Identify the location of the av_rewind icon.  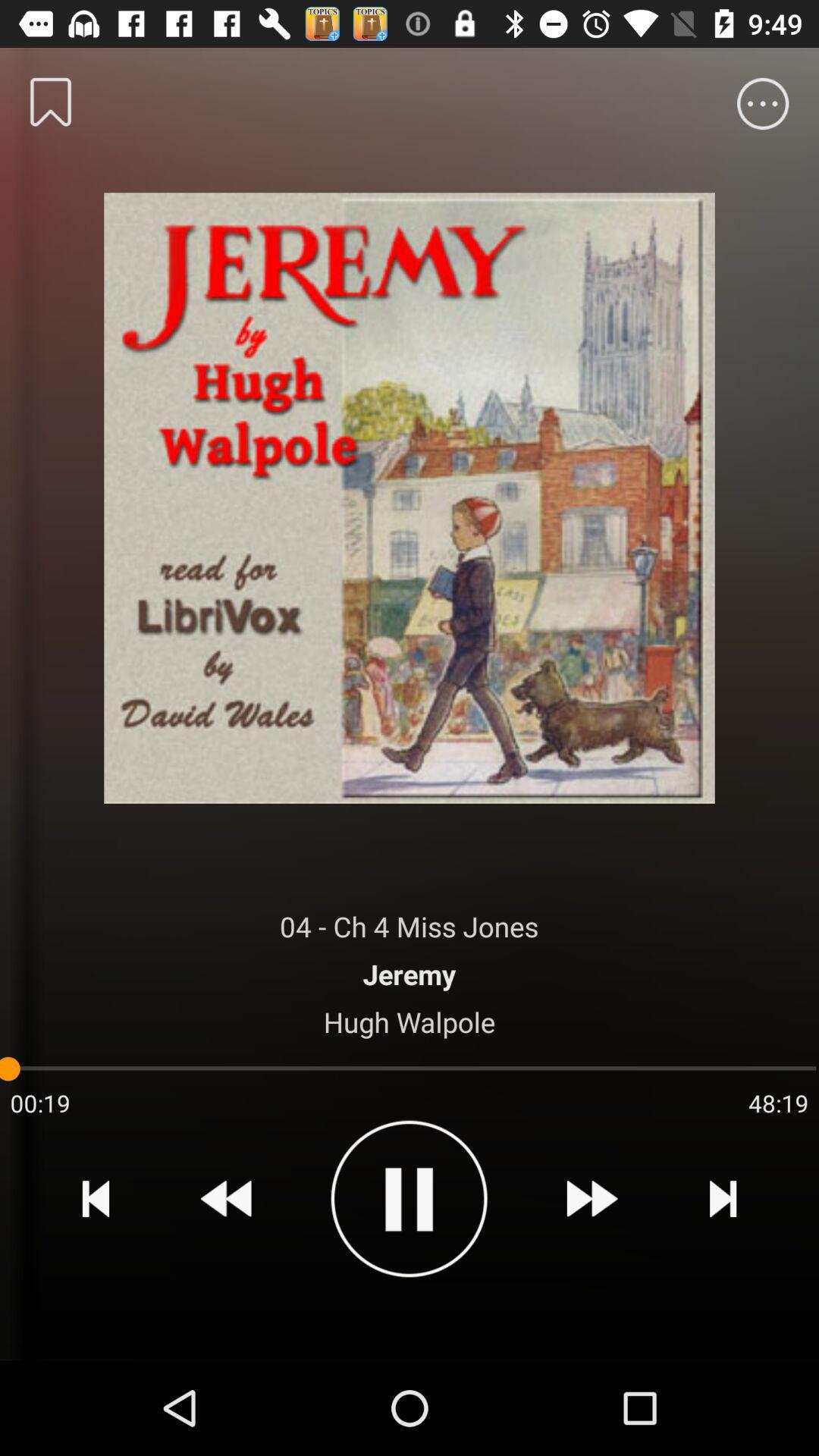
(226, 1197).